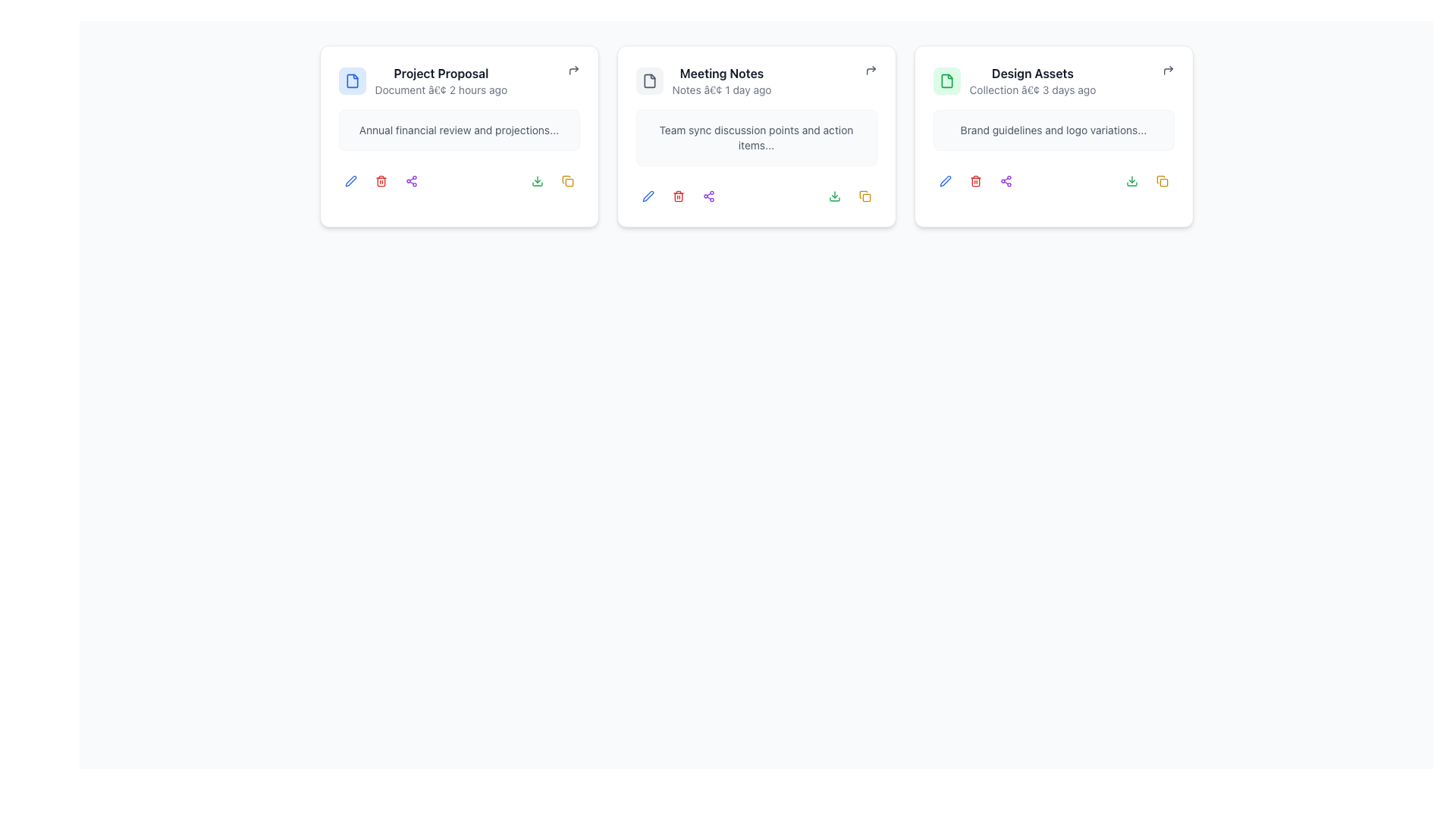 The image size is (1456, 819). I want to click on the Interactive Icon Button located in the top-right corner of the 'Project Proposal' card, so click(573, 70).